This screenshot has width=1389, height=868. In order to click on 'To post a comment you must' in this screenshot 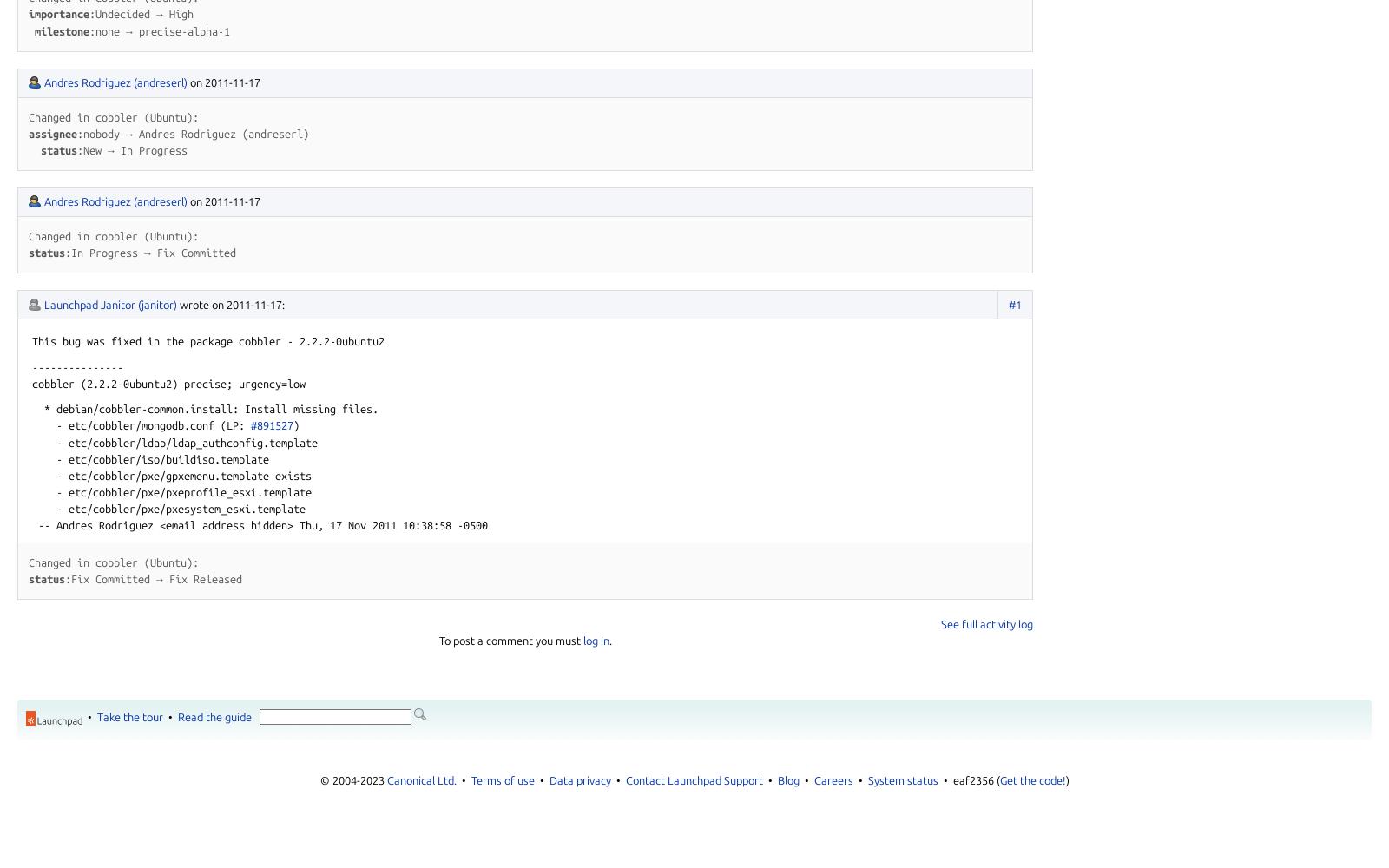, I will do `click(437, 640)`.